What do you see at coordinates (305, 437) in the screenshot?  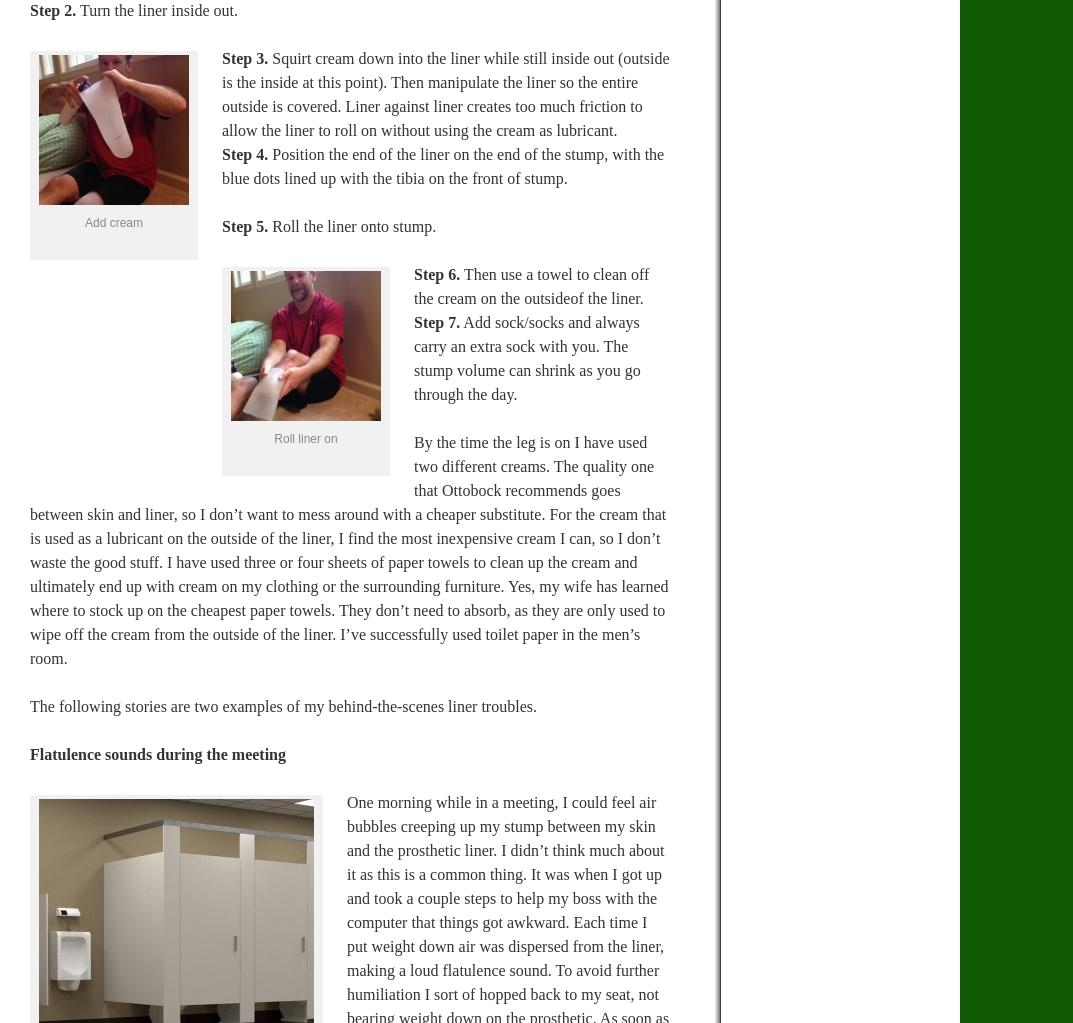 I see `'Roll liner on'` at bounding box center [305, 437].